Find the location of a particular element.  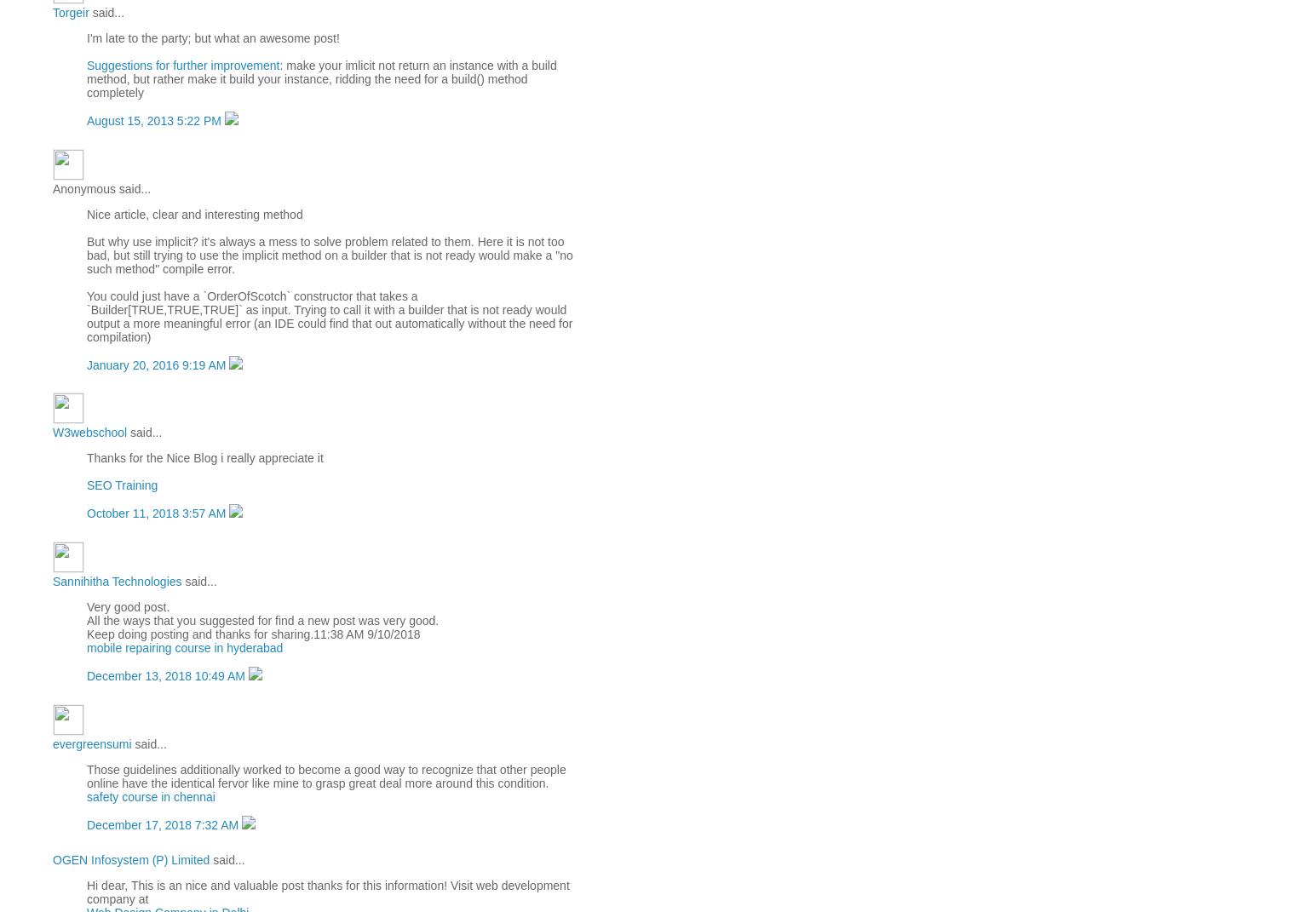

'safety course in chennai' is located at coordinates (151, 795).